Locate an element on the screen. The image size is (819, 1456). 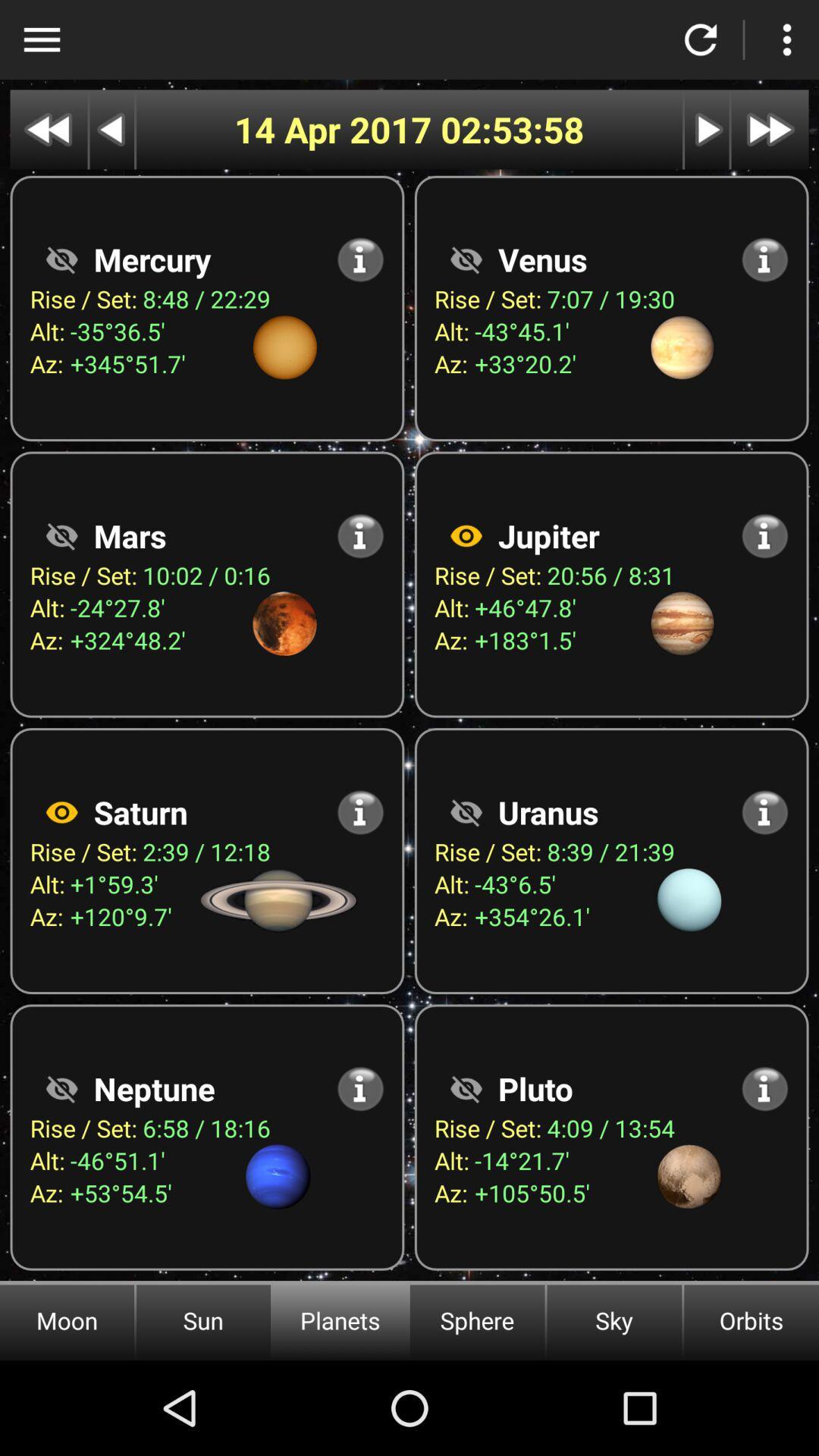
choose venus planet is located at coordinates (465, 259).